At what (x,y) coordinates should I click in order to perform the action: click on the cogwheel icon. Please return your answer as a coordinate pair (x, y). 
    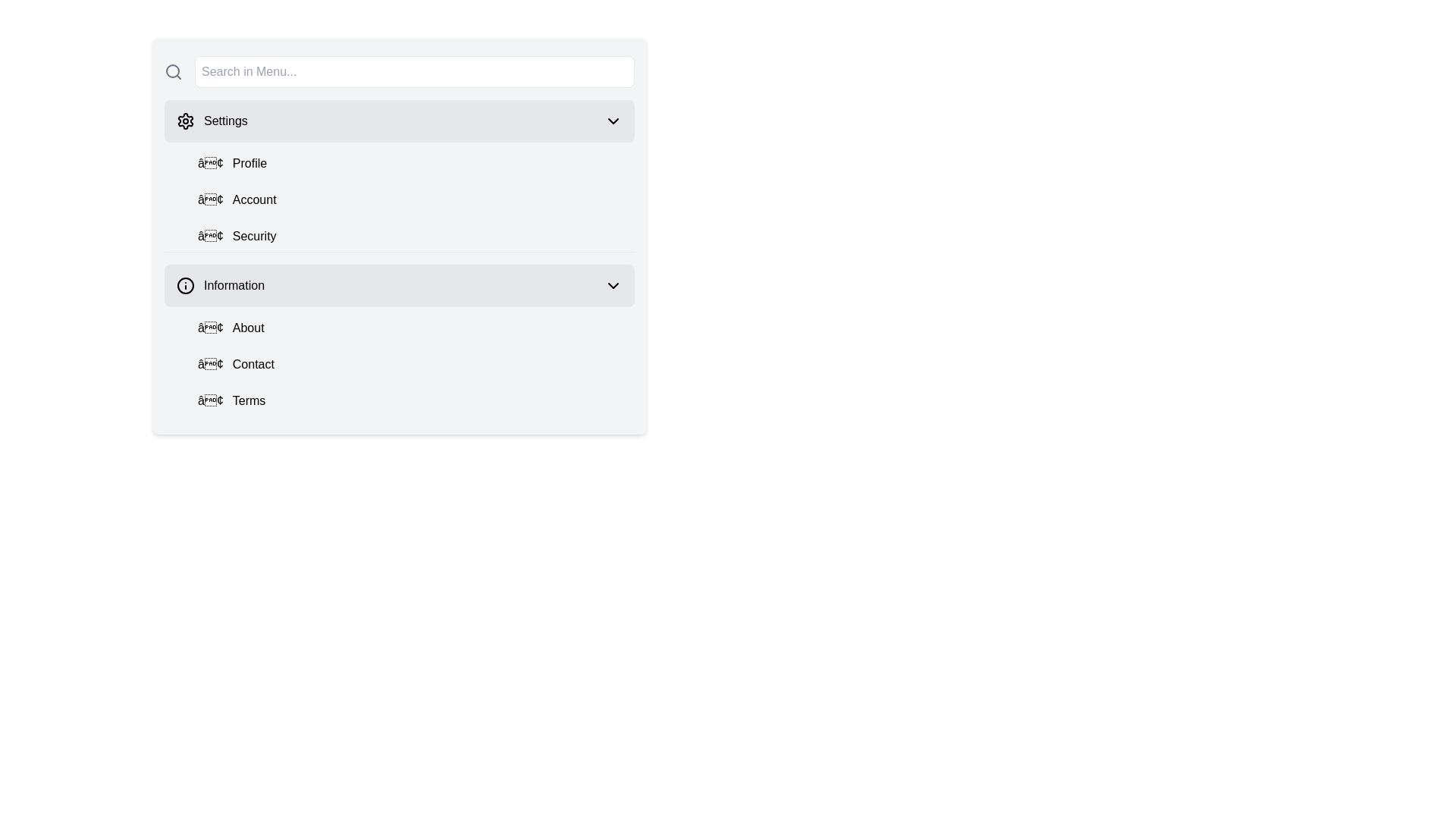
    Looking at the image, I should click on (184, 120).